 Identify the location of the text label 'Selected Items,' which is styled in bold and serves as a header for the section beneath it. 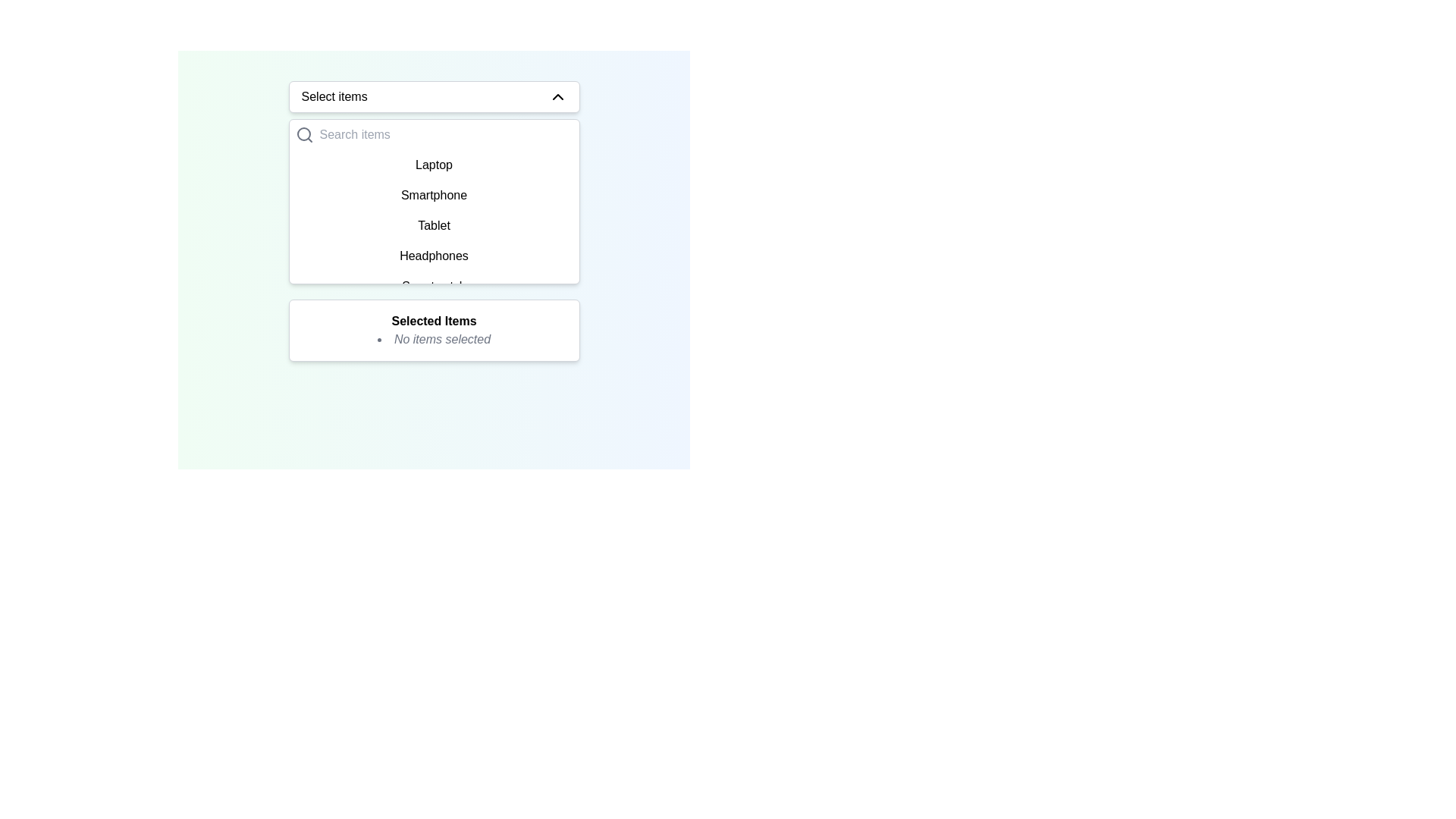
(433, 321).